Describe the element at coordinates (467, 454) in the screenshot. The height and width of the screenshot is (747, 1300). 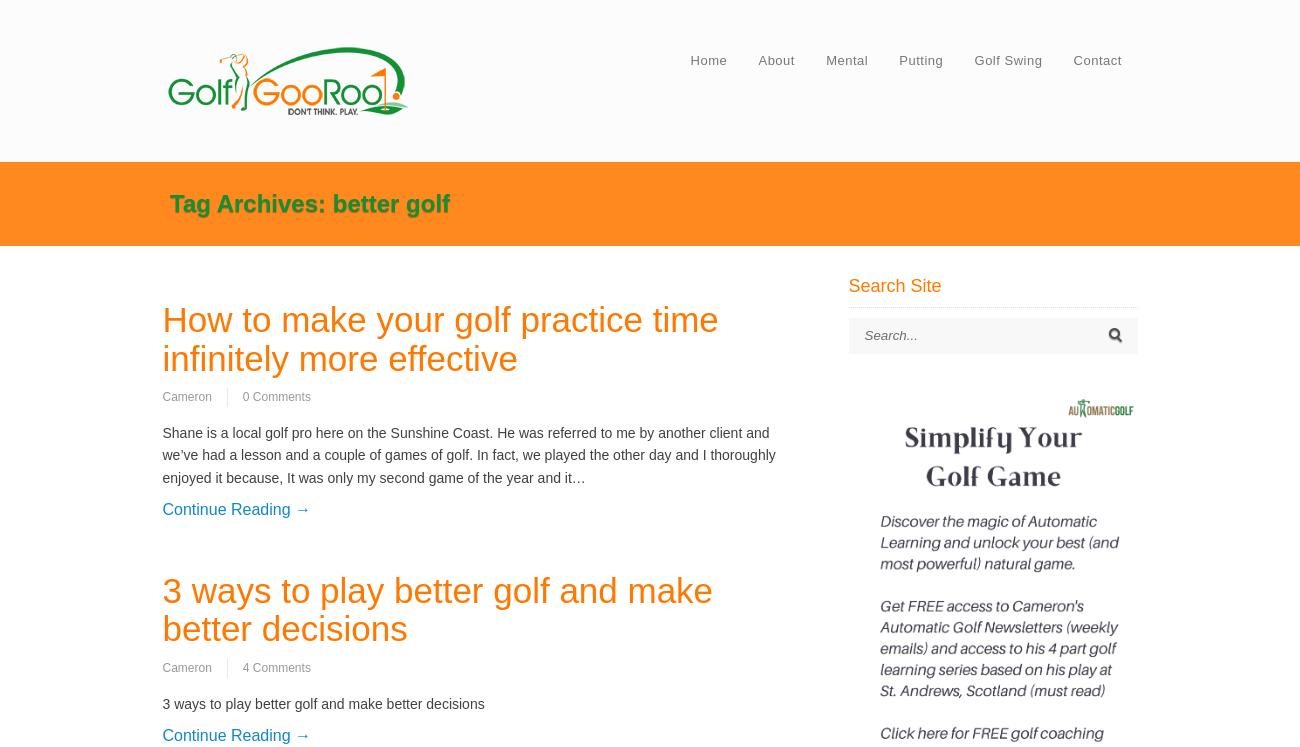
I see `'Shane is a local golf pro here on the Sunshine Coast. He was referred to me by another client and we’ve had a lesson and a couple of games of golf. In fact, we played the other day and I thoroughly enjoyed it because, It was only my second game of the year and it…'` at that location.